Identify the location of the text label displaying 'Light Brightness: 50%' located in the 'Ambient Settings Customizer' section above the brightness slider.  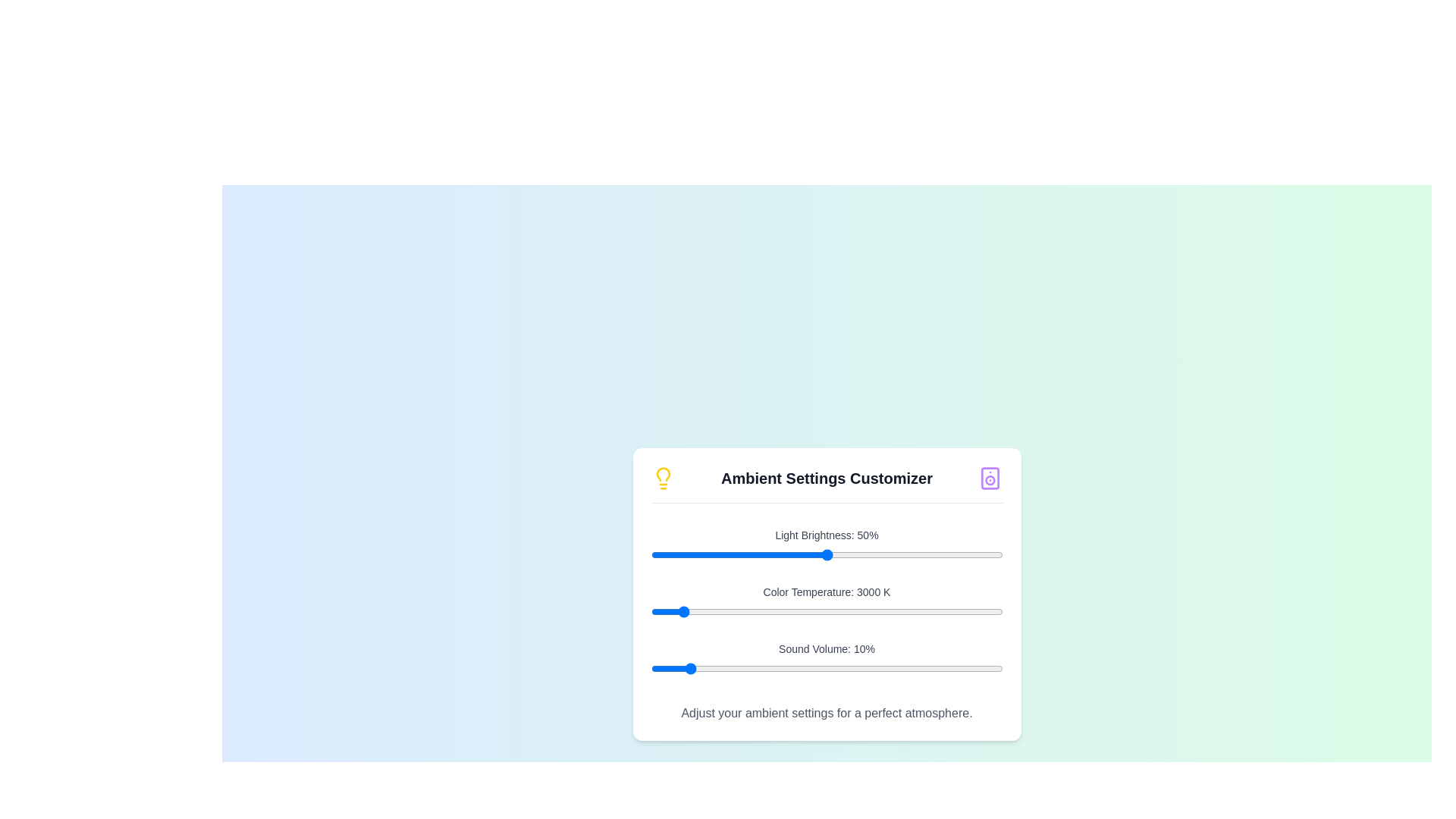
(826, 534).